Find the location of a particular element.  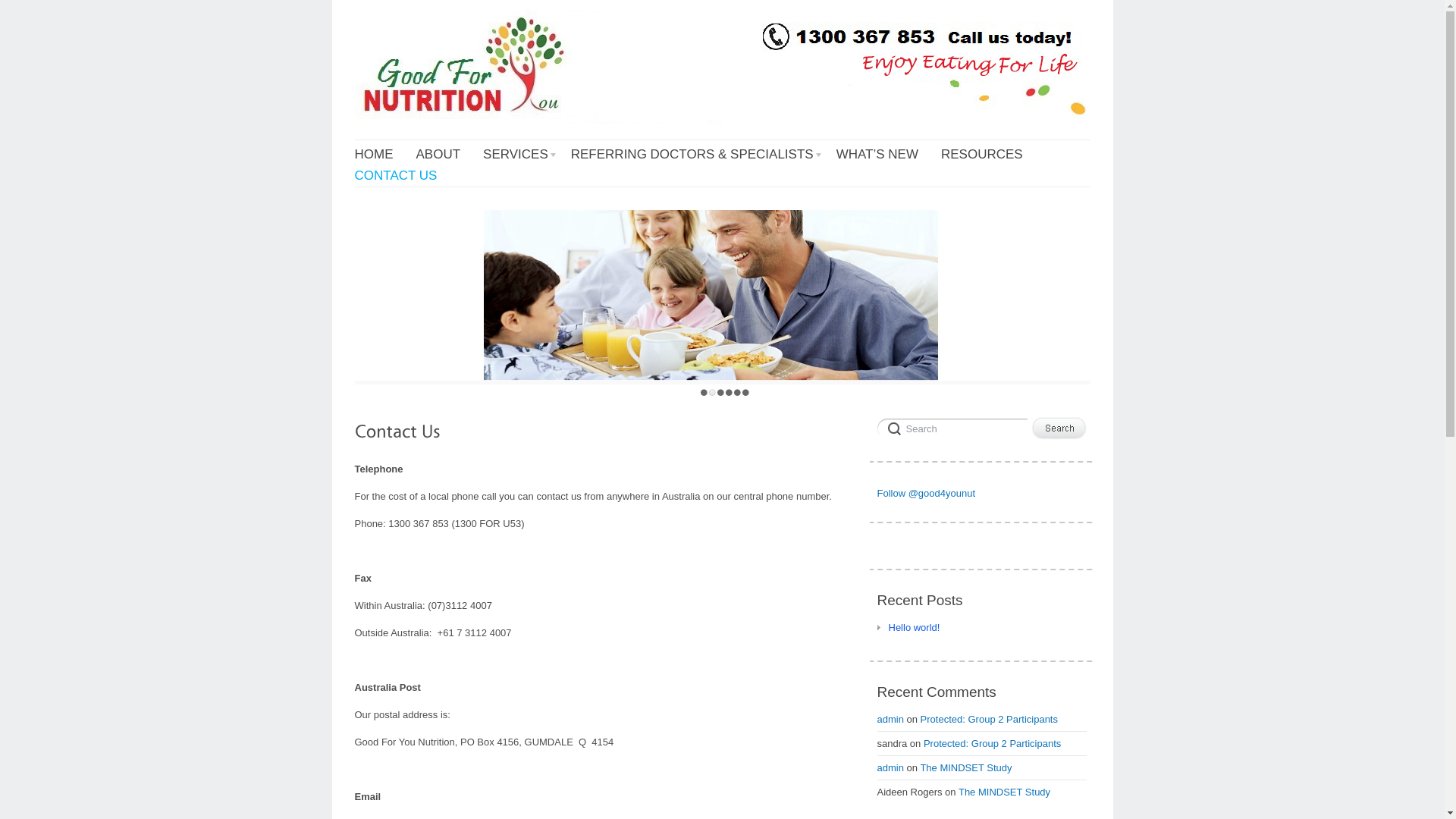

'2' is located at coordinates (708, 391).